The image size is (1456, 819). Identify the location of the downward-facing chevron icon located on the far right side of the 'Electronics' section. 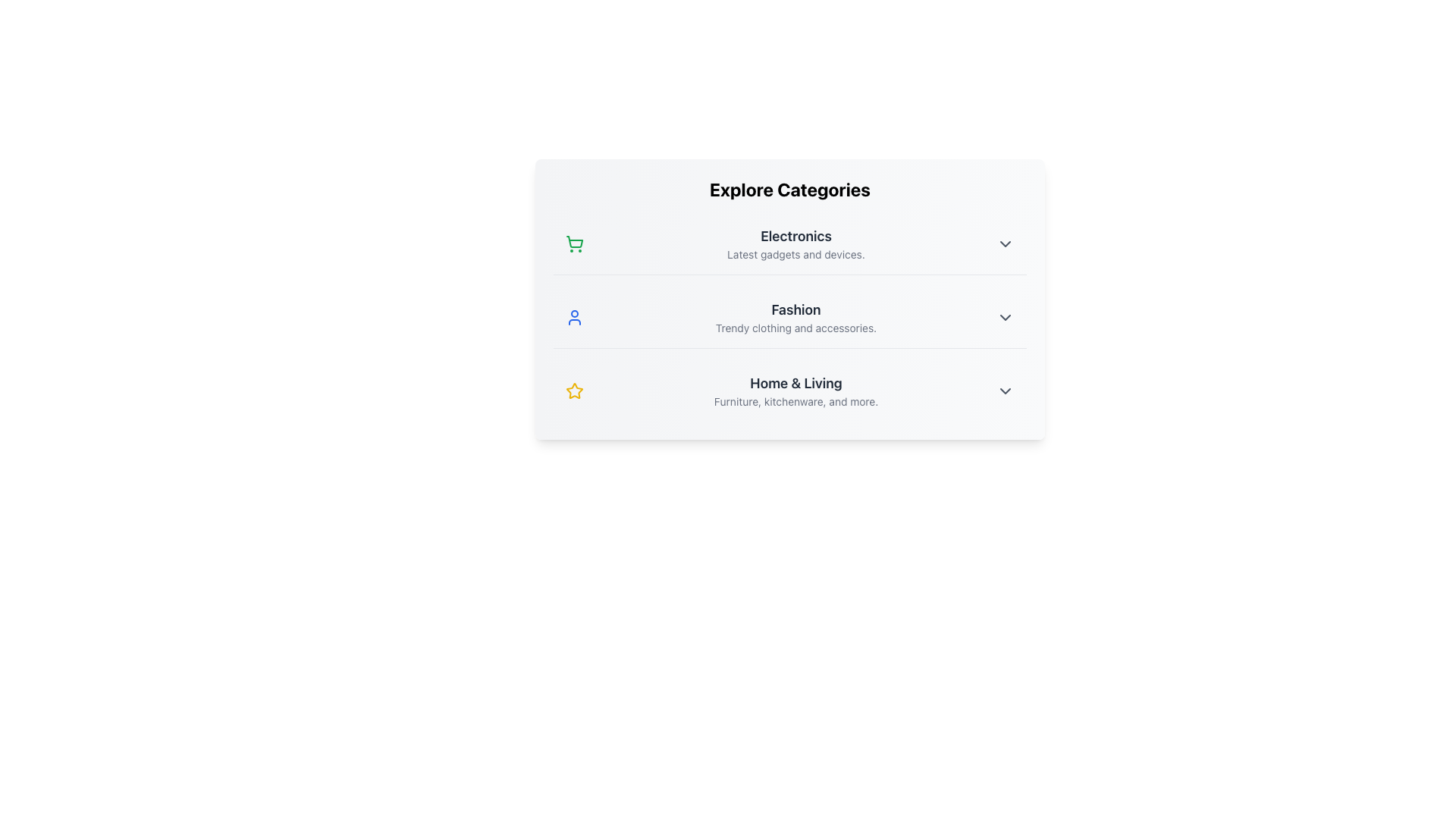
(1005, 243).